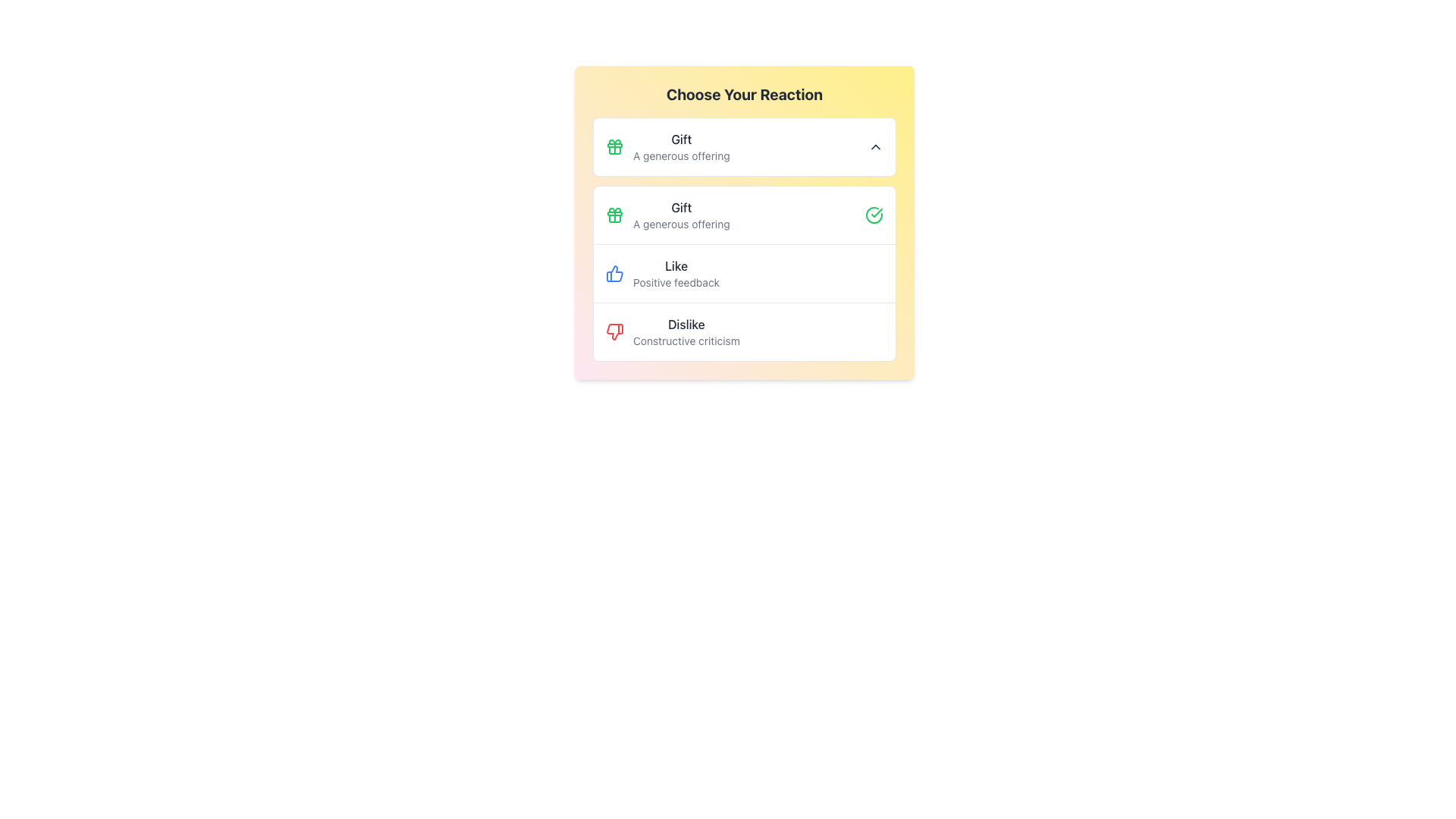 This screenshot has width=1456, height=819. What do you see at coordinates (615, 213) in the screenshot?
I see `the decorative graphic element that serves as the rectangular base of the gift box icon in the second listed reaction option` at bounding box center [615, 213].